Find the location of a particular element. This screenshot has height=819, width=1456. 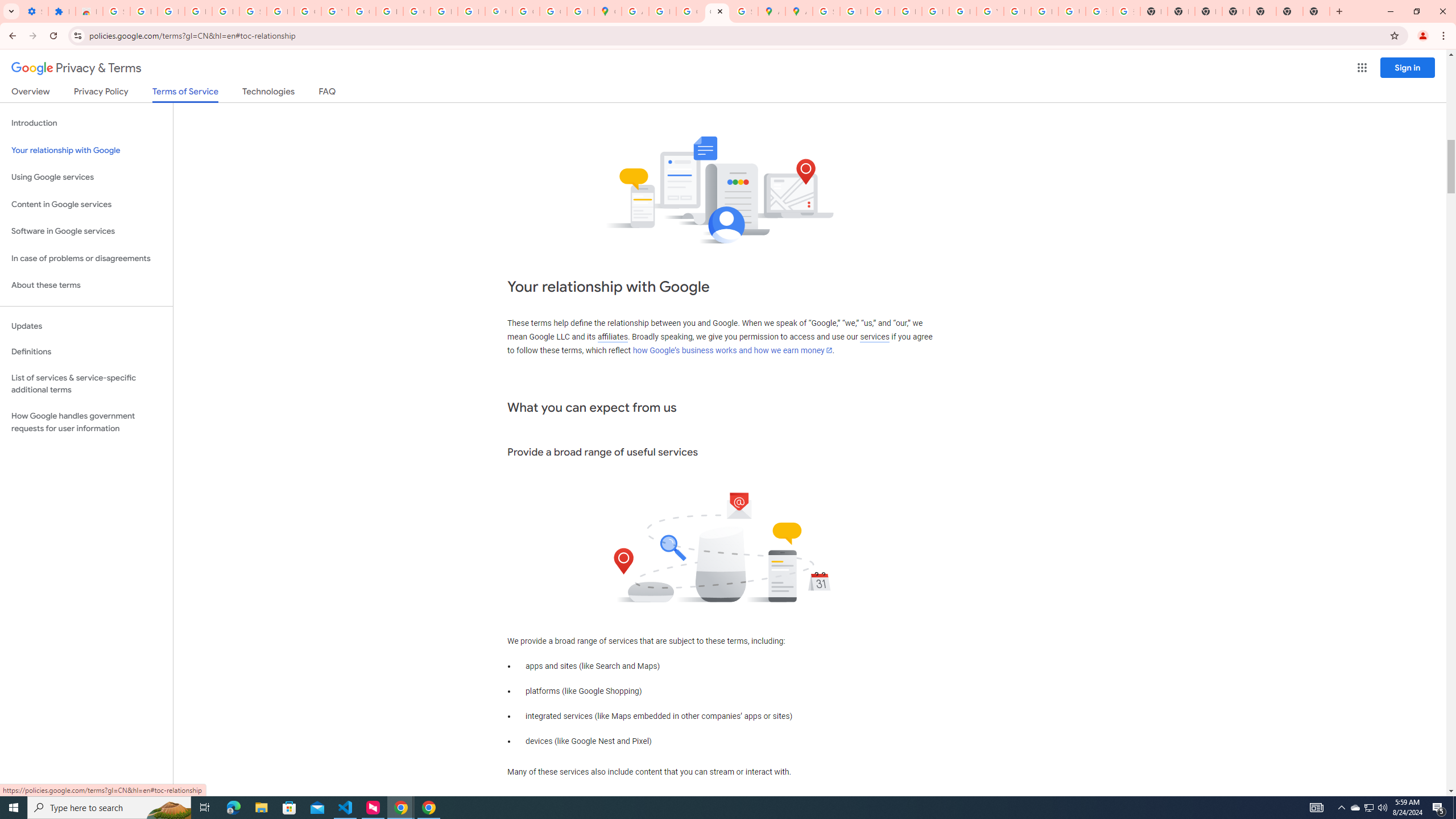

'services' is located at coordinates (874, 336).